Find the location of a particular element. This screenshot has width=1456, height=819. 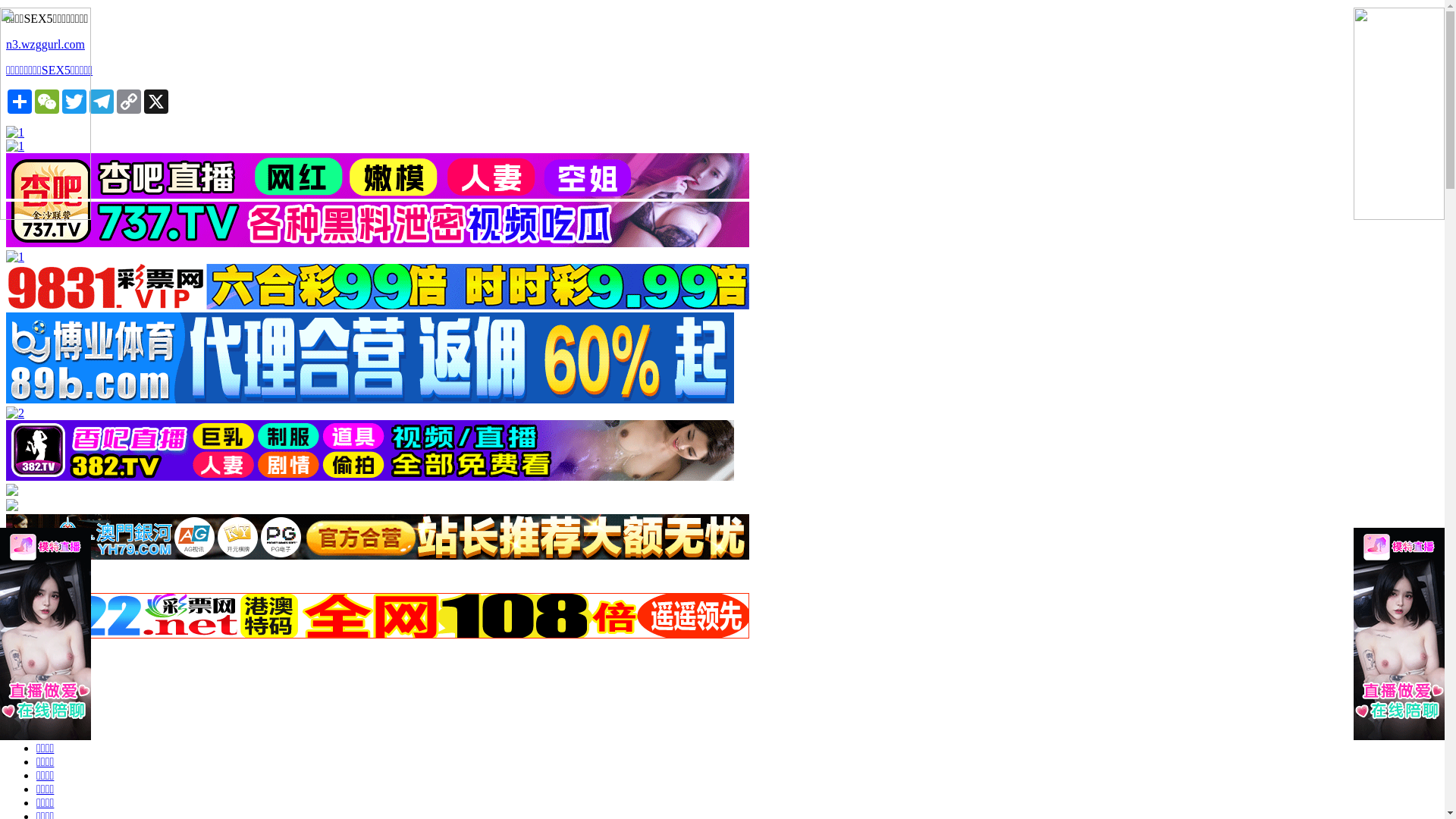

'Telegram' is located at coordinates (101, 102).